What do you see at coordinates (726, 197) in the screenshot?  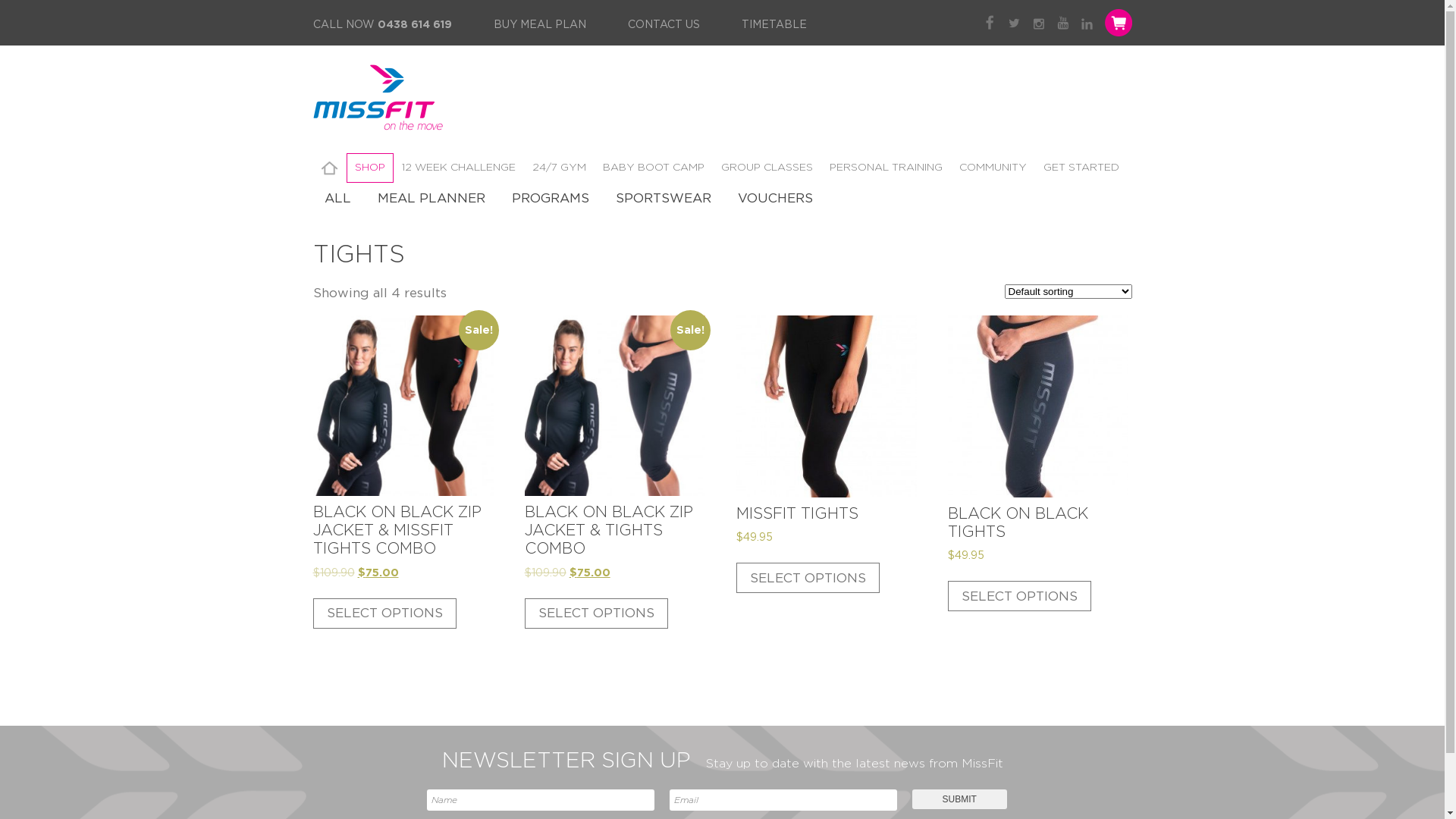 I see `'VOUCHERS'` at bounding box center [726, 197].